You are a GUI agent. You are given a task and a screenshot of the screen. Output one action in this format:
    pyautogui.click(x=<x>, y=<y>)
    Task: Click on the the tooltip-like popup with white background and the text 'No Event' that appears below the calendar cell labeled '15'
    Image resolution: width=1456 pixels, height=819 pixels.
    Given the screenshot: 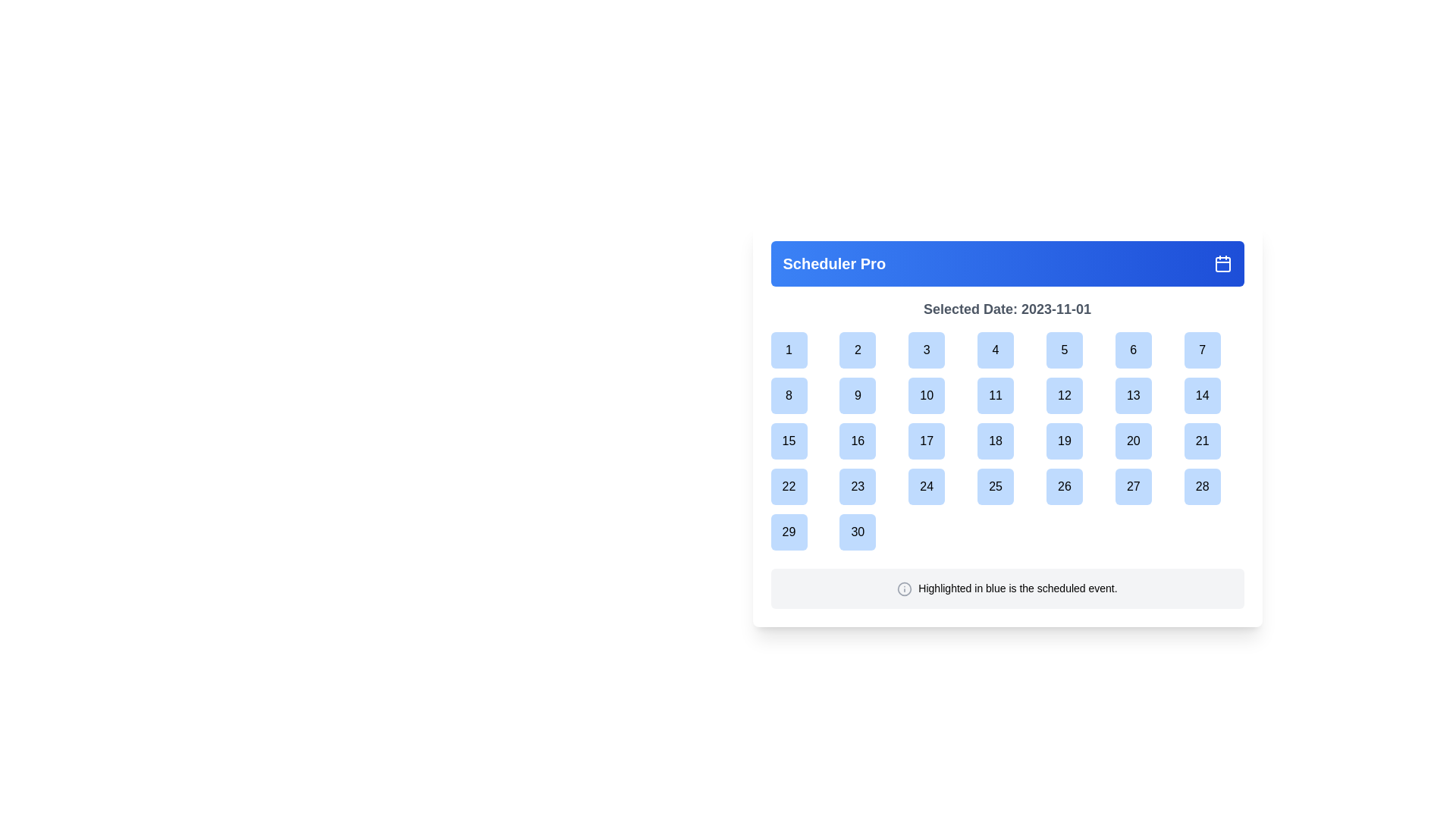 What is the action you would take?
    pyautogui.click(x=802, y=472)
    